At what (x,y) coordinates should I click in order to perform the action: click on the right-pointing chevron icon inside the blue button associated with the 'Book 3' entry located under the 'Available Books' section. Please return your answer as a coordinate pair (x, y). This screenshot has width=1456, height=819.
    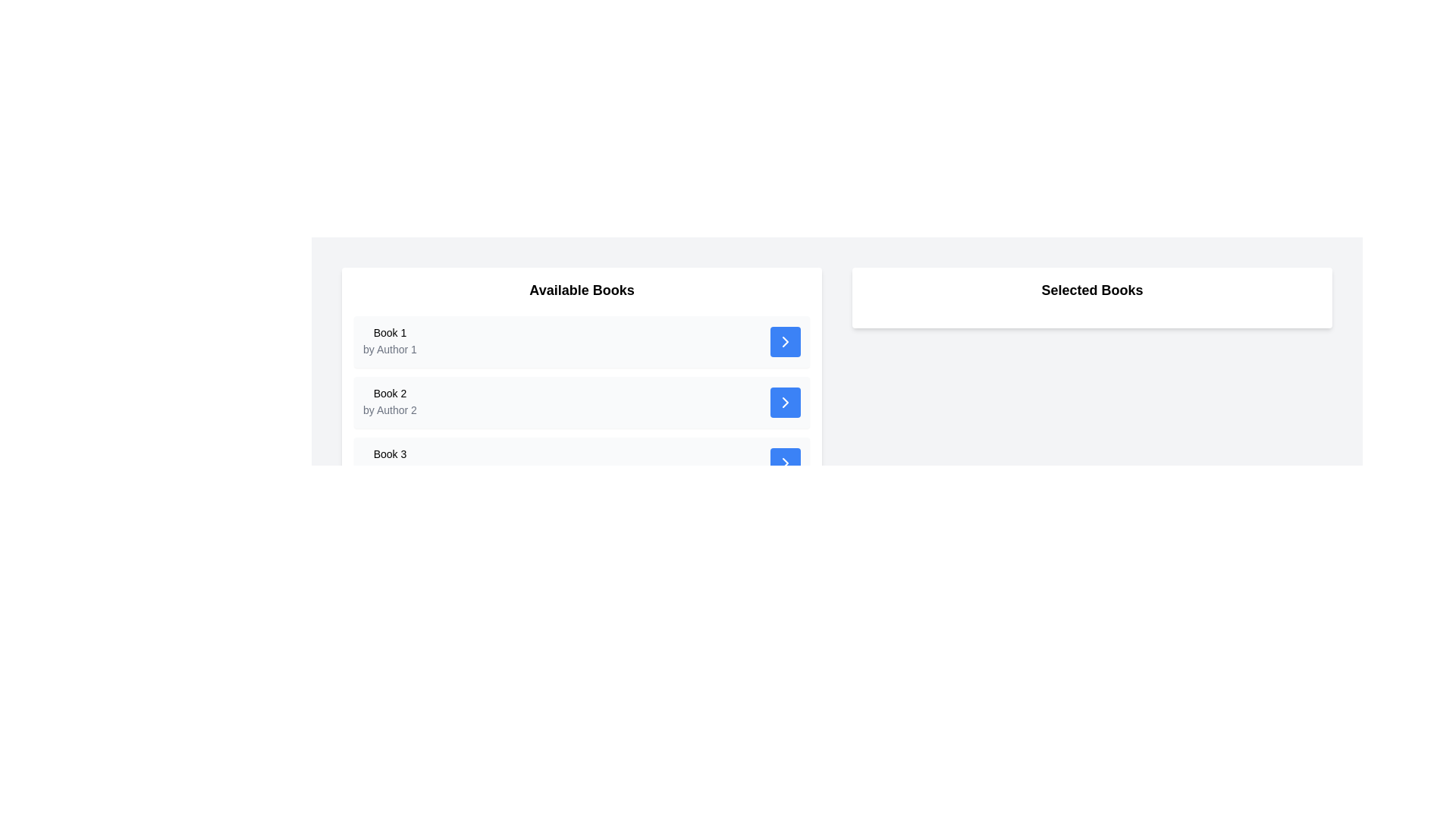
    Looking at the image, I should click on (786, 462).